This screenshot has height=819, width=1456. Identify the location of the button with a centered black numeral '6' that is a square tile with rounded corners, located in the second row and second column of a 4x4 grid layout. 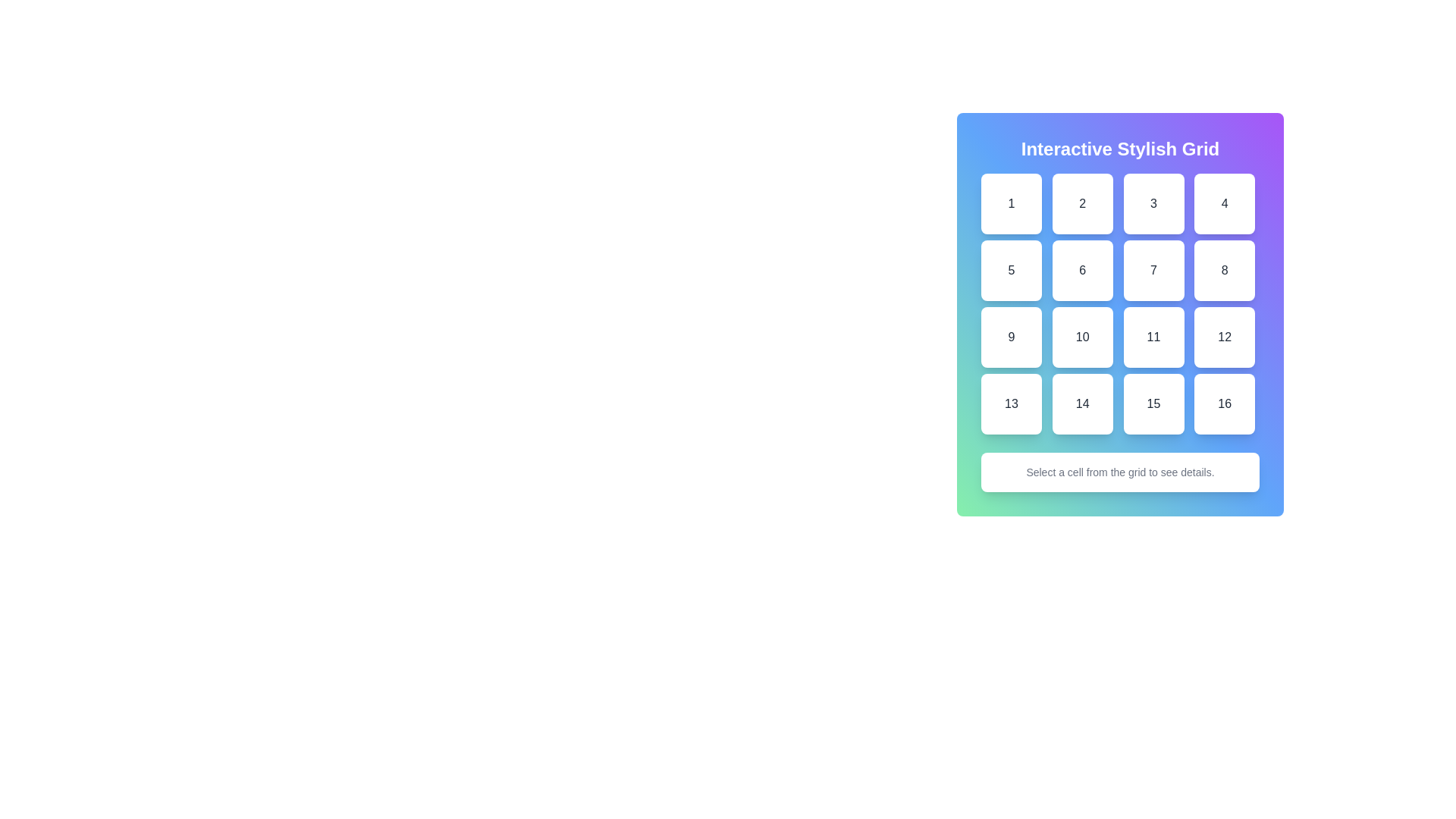
(1081, 270).